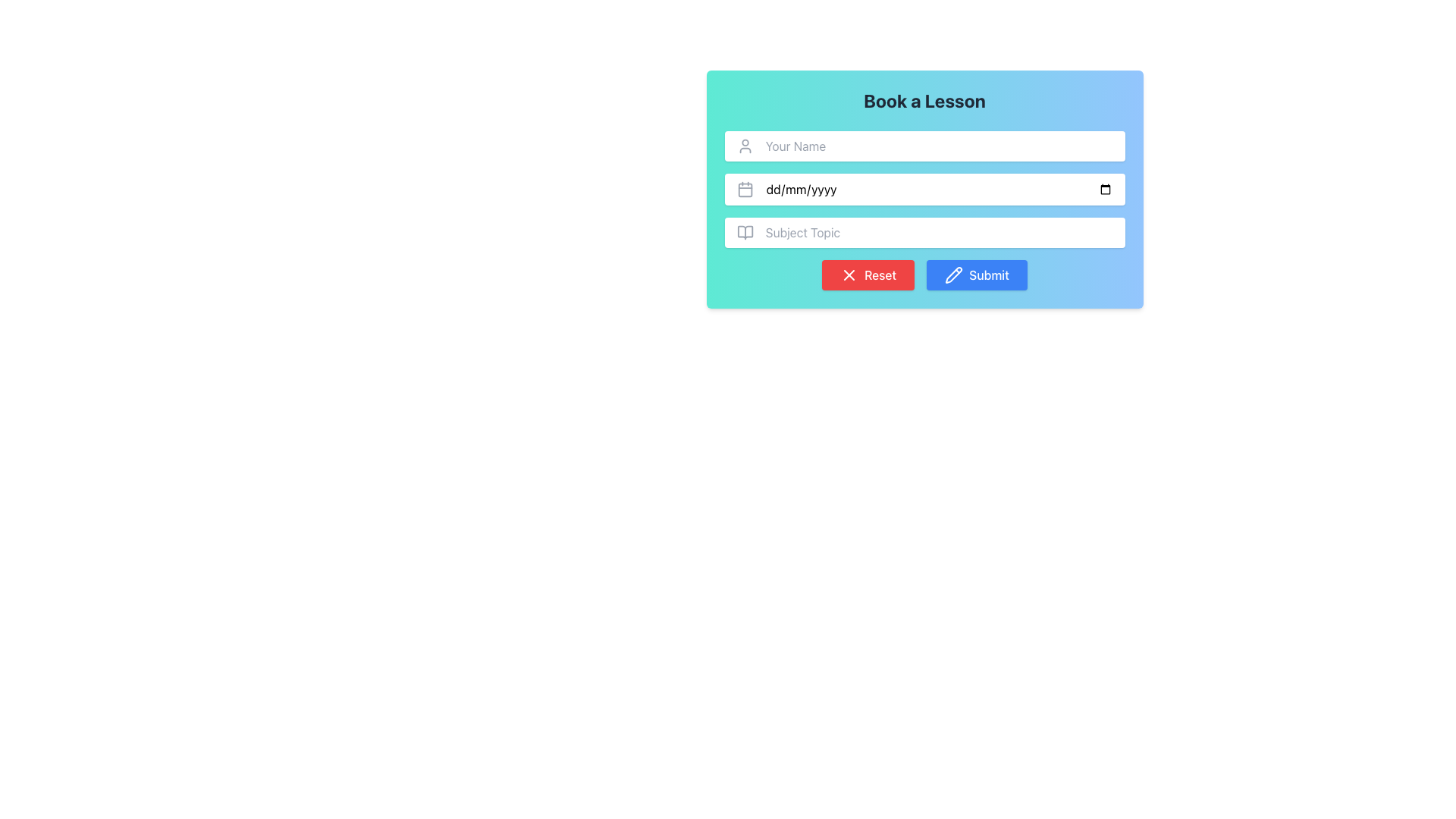 The height and width of the screenshot is (819, 1456). Describe the element at coordinates (745, 233) in the screenshot. I see `the graphical book icon that indicates the subject topic input field, located immediately to the left of the 'Subject Topic' text input field` at that location.